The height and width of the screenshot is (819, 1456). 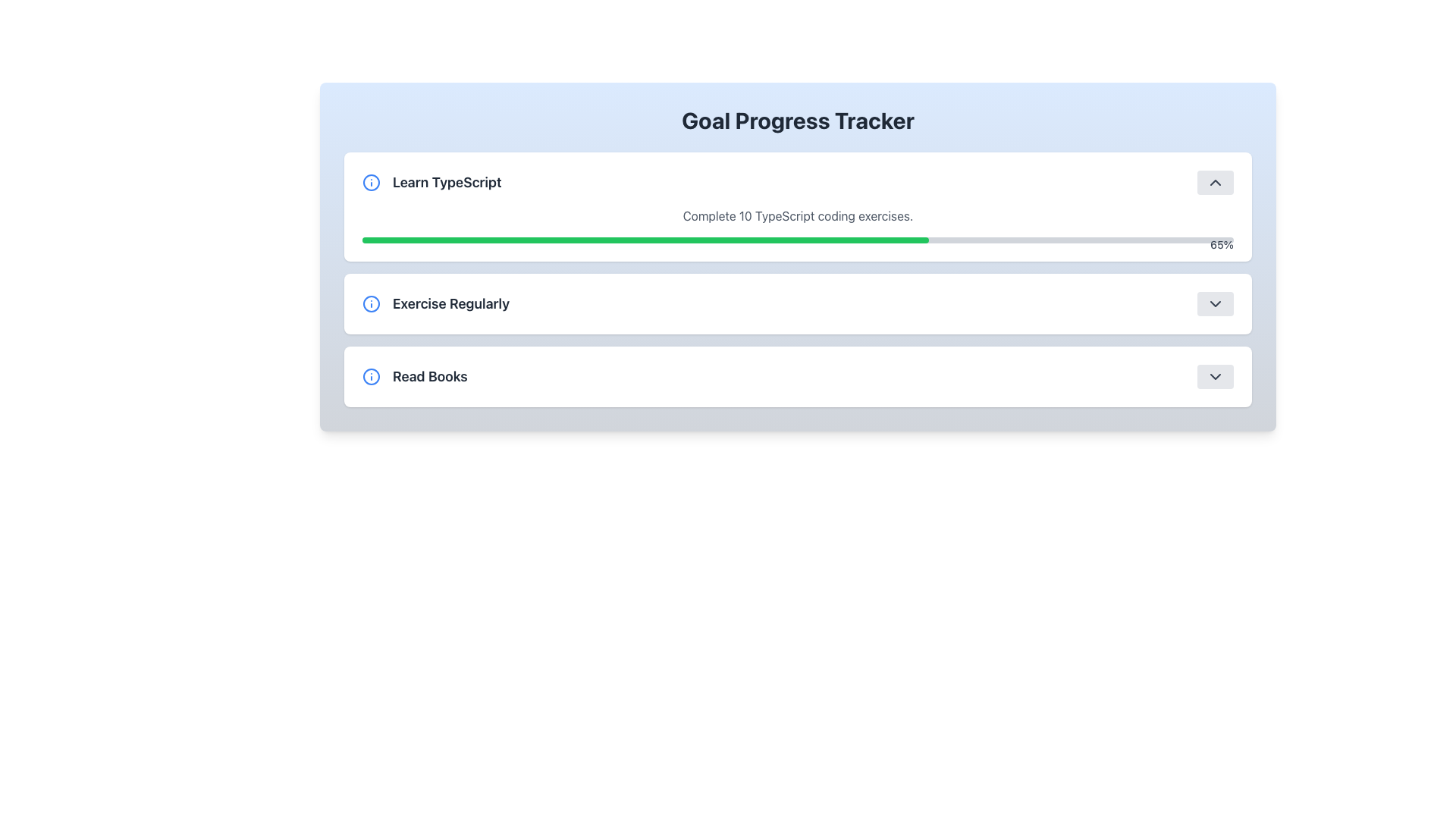 I want to click on the 'Read Books' label with an information icon in the 'Goal Progress Tracker' section, so click(x=415, y=376).